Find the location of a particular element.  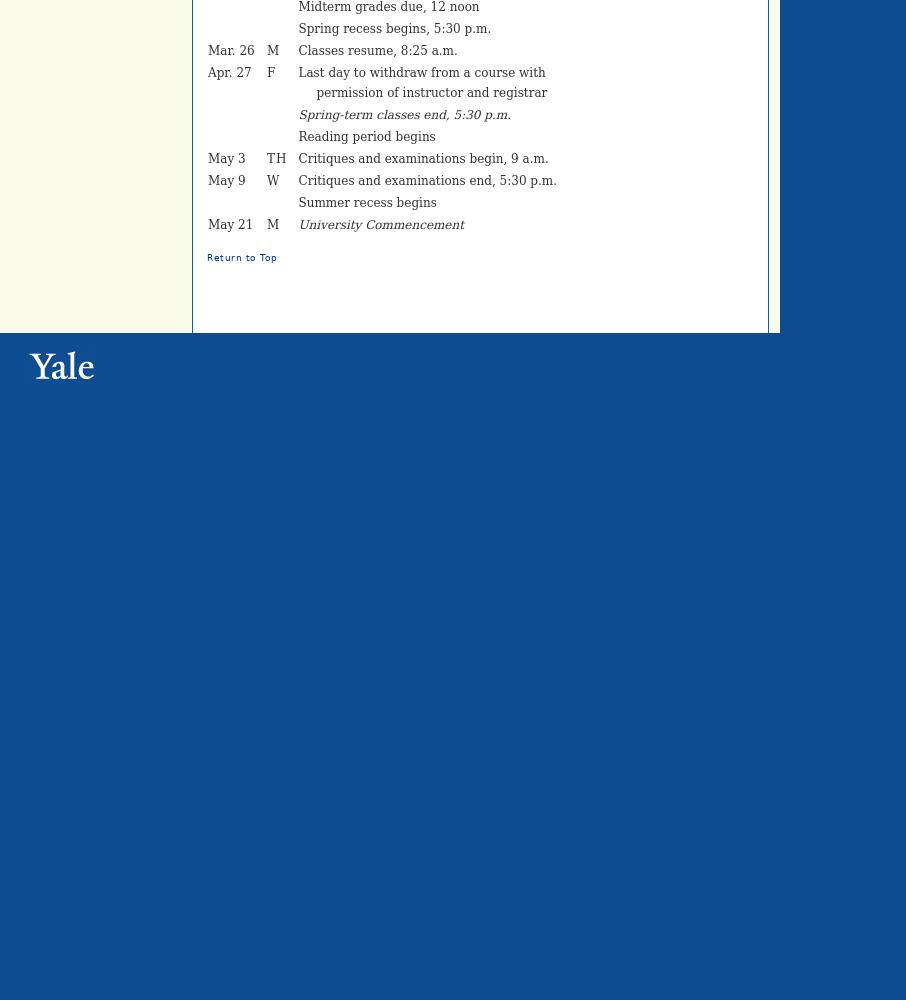

'Apr. 27' is located at coordinates (229, 72).